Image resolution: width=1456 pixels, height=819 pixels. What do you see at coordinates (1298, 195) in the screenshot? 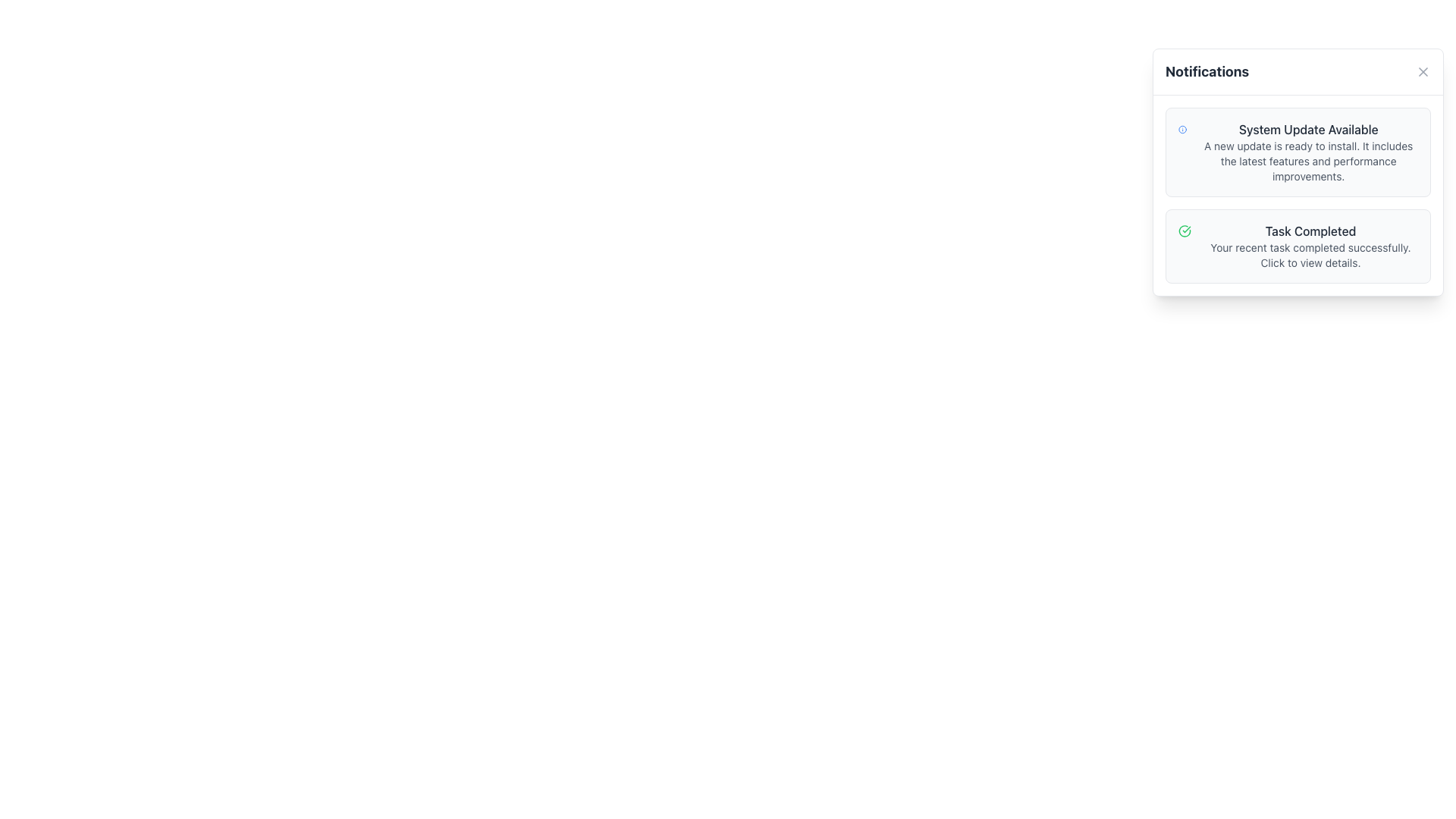
I see `the notification messages in the rectangular area containing 'System Update Available' and 'Task Completed', located in the top-right corner of the notification panel` at bounding box center [1298, 195].